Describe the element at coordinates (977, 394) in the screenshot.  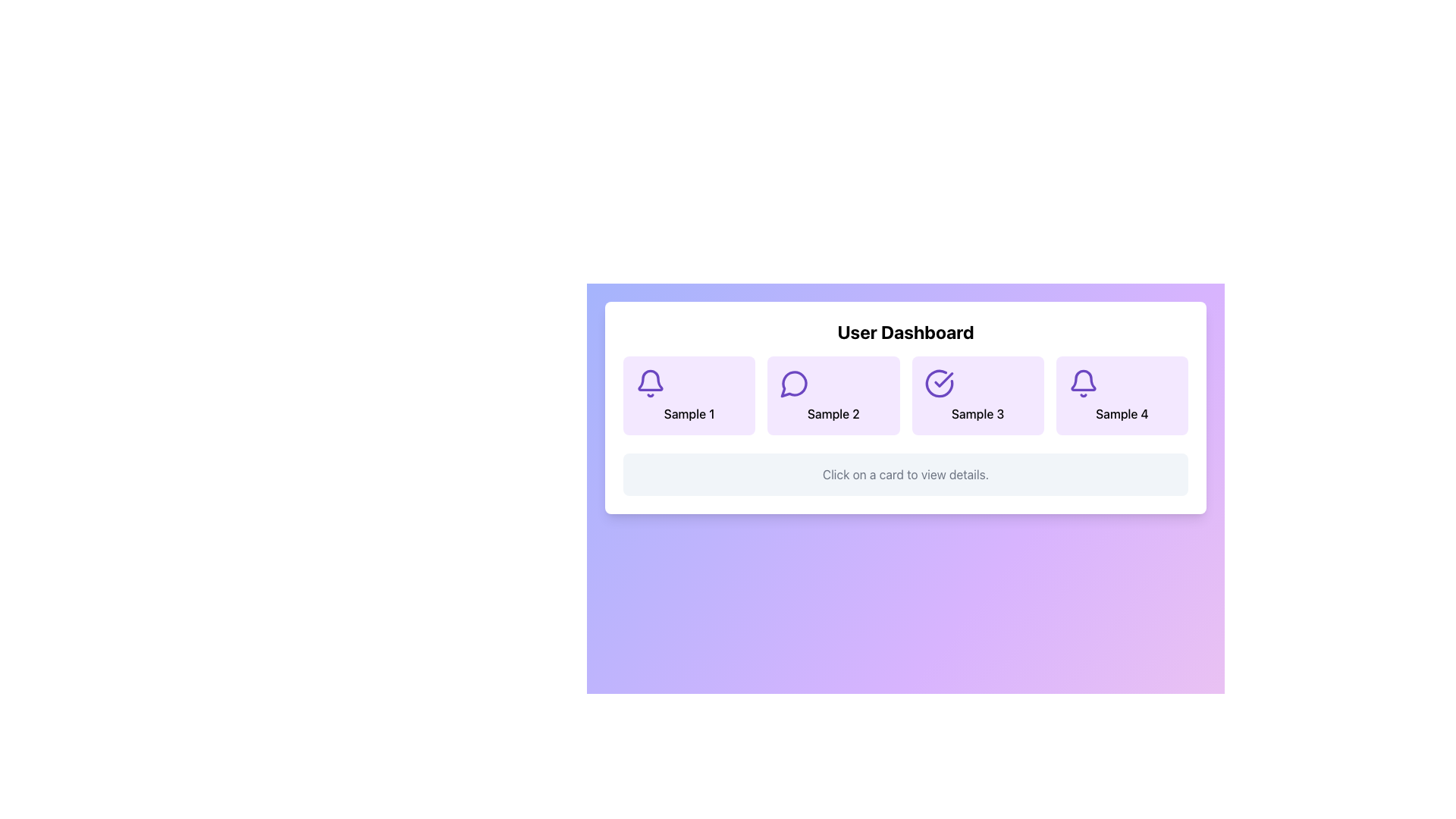
I see `the selectable card for 'Sample 3' to activate its hover state, which is located in the top row, third from the left in a grid layout` at that location.